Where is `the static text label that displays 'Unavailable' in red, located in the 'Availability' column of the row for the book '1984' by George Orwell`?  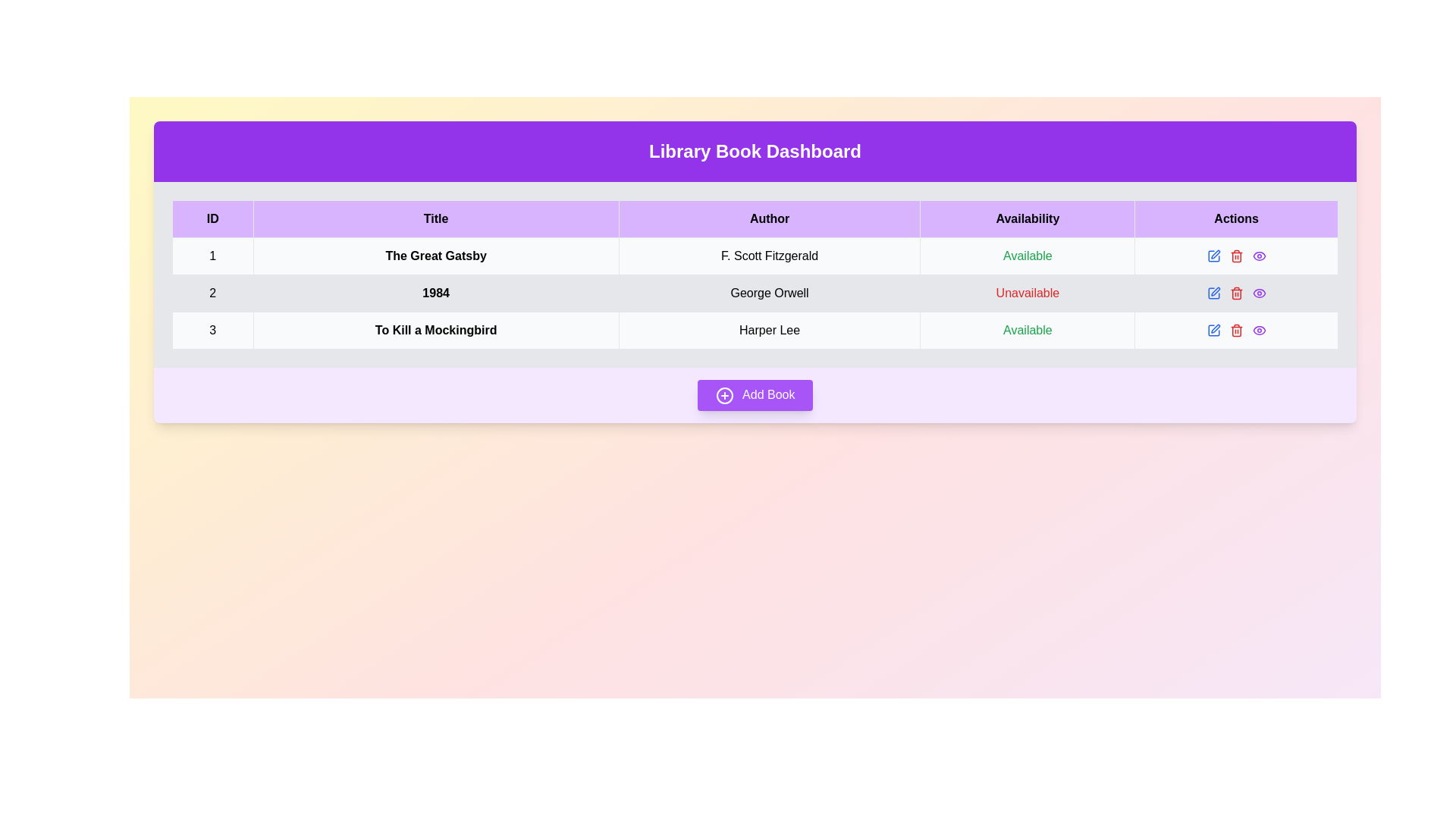
the static text label that displays 'Unavailable' in red, located in the 'Availability' column of the row for the book '1984' by George Orwell is located at coordinates (1028, 293).